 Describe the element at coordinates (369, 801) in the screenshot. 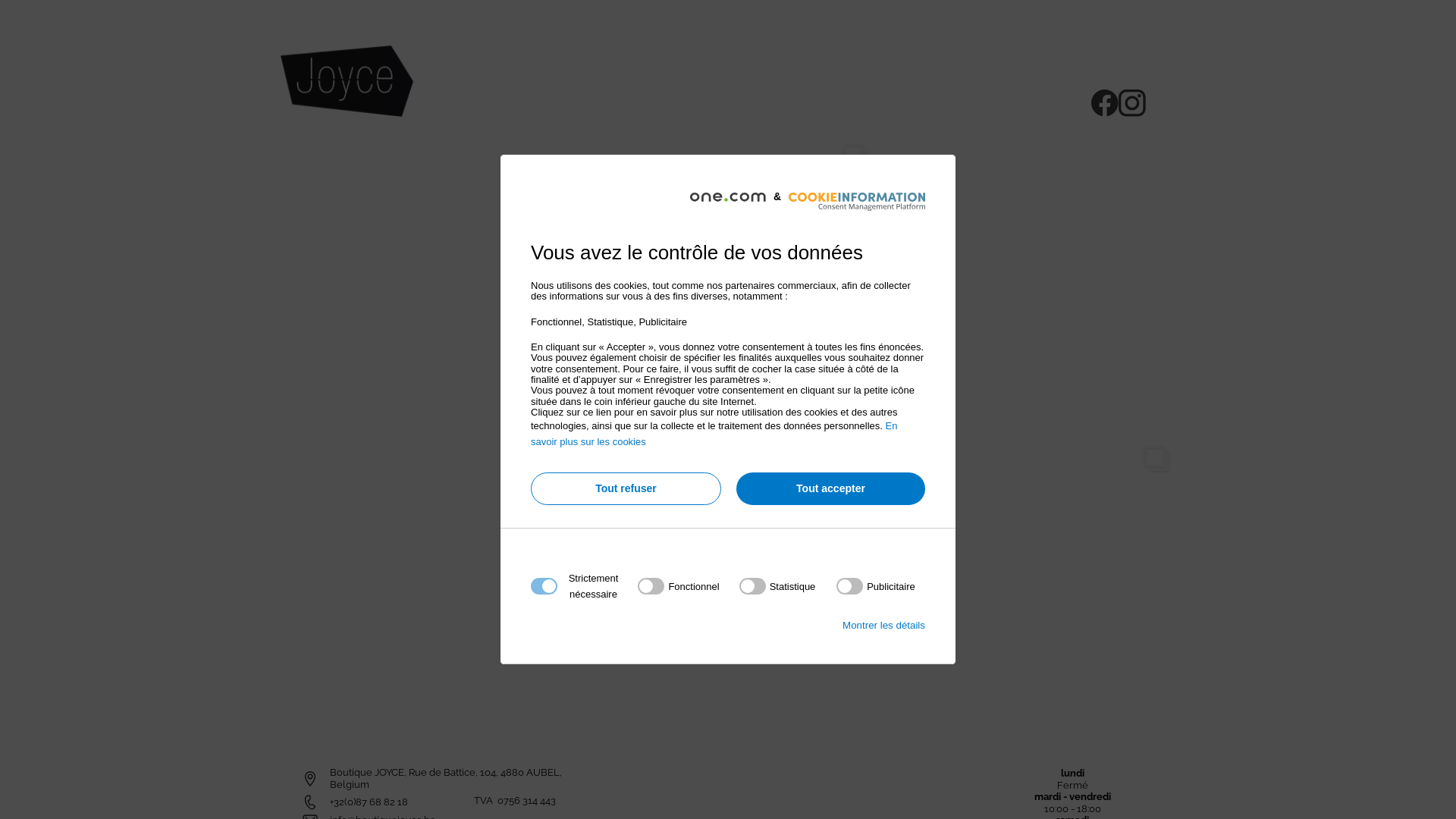

I see `'+32(0)87 68 82 18'` at that location.